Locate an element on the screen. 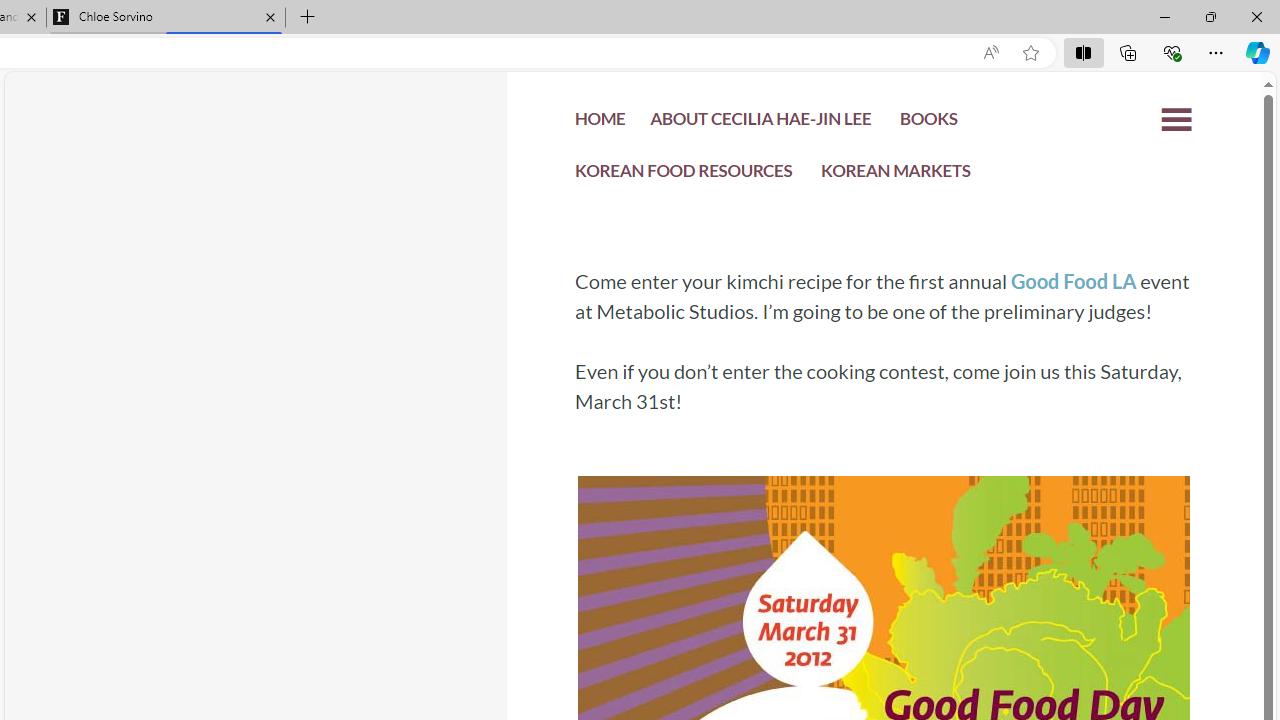 Image resolution: width=1280 pixels, height=720 pixels. 'ABOUT CECILIA HAE-JIN LEE' is located at coordinates (759, 124).